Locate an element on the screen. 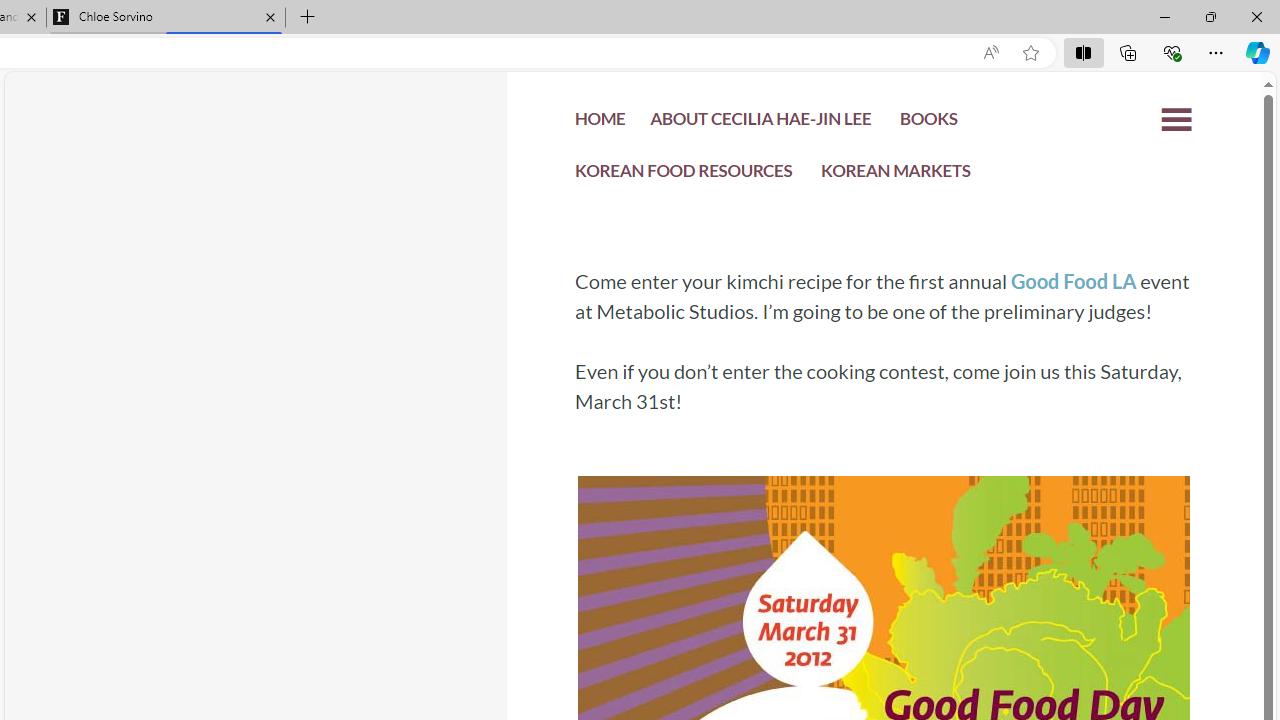 Image resolution: width=1280 pixels, height=720 pixels. 'ABOUT CECILIA HAE-JIN LEE' is located at coordinates (759, 124).